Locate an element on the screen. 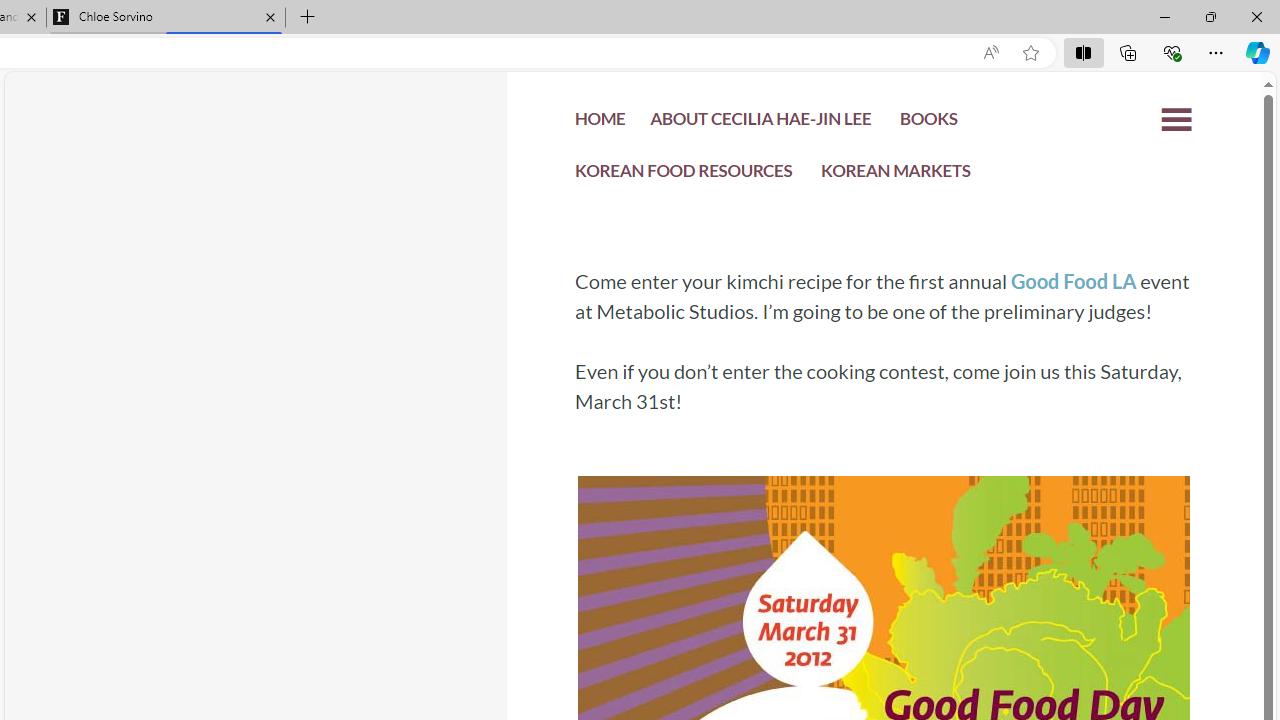 Image resolution: width=1280 pixels, height=720 pixels. 'ABOUT CECILIA HAE-JIN LEE' is located at coordinates (759, 124).